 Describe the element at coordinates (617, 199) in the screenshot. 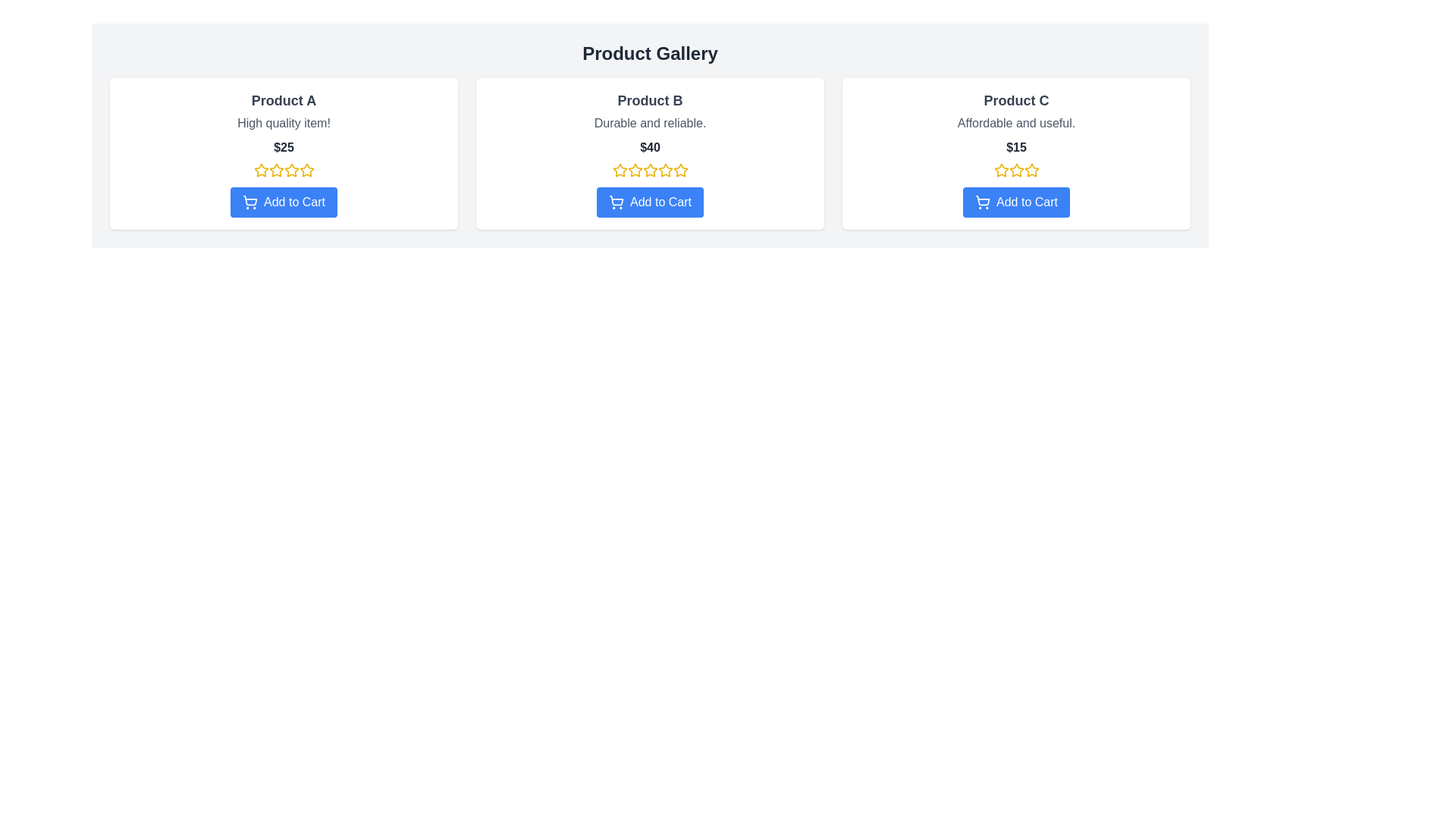

I see `the shopping cart icon located within the 'Add to Cart' button for 'Product B' in the second product card of the 'Product Gallery' section` at that location.